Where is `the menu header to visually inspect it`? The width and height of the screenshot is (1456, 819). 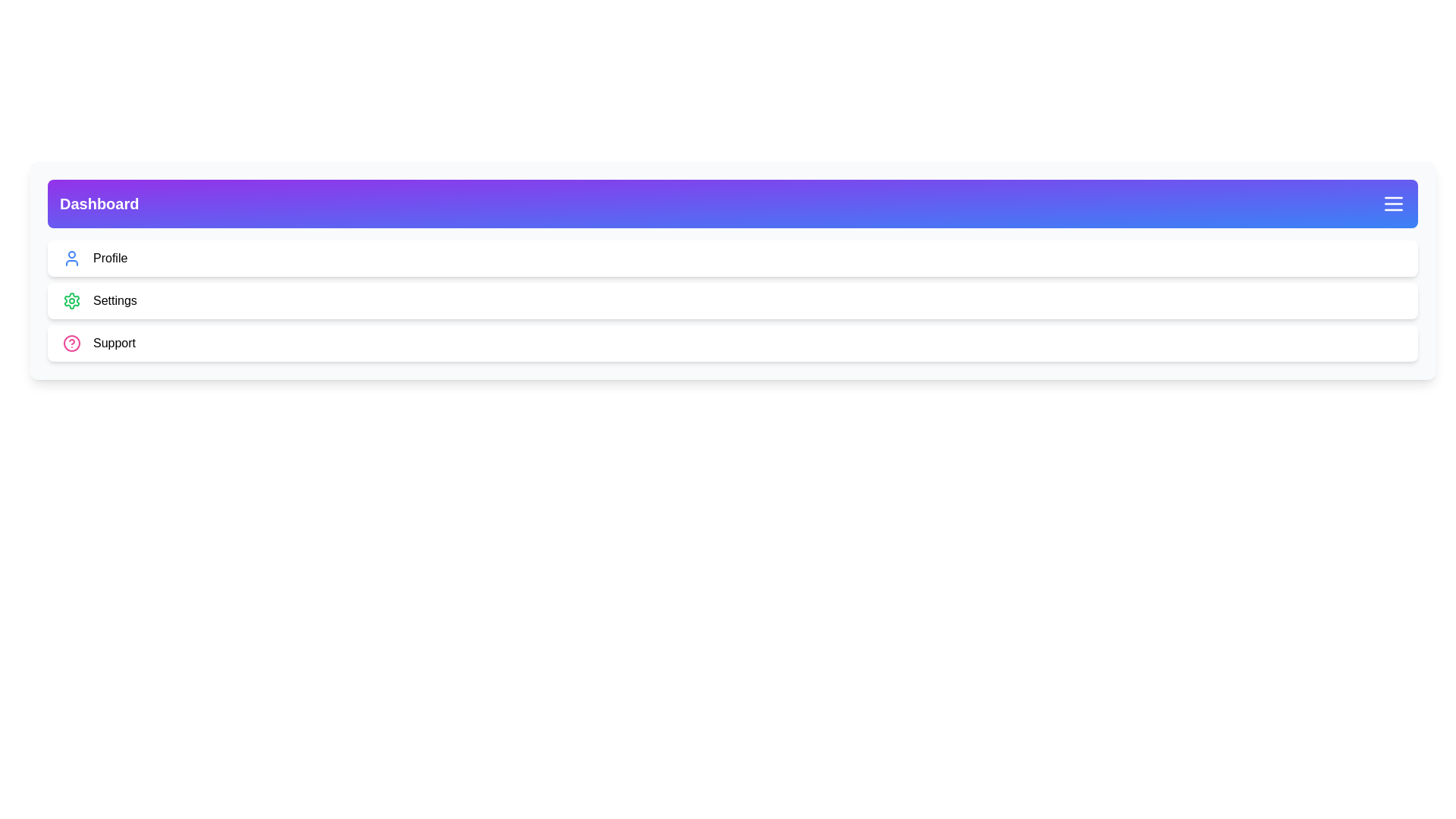
the menu header to visually inspect it is located at coordinates (733, 203).